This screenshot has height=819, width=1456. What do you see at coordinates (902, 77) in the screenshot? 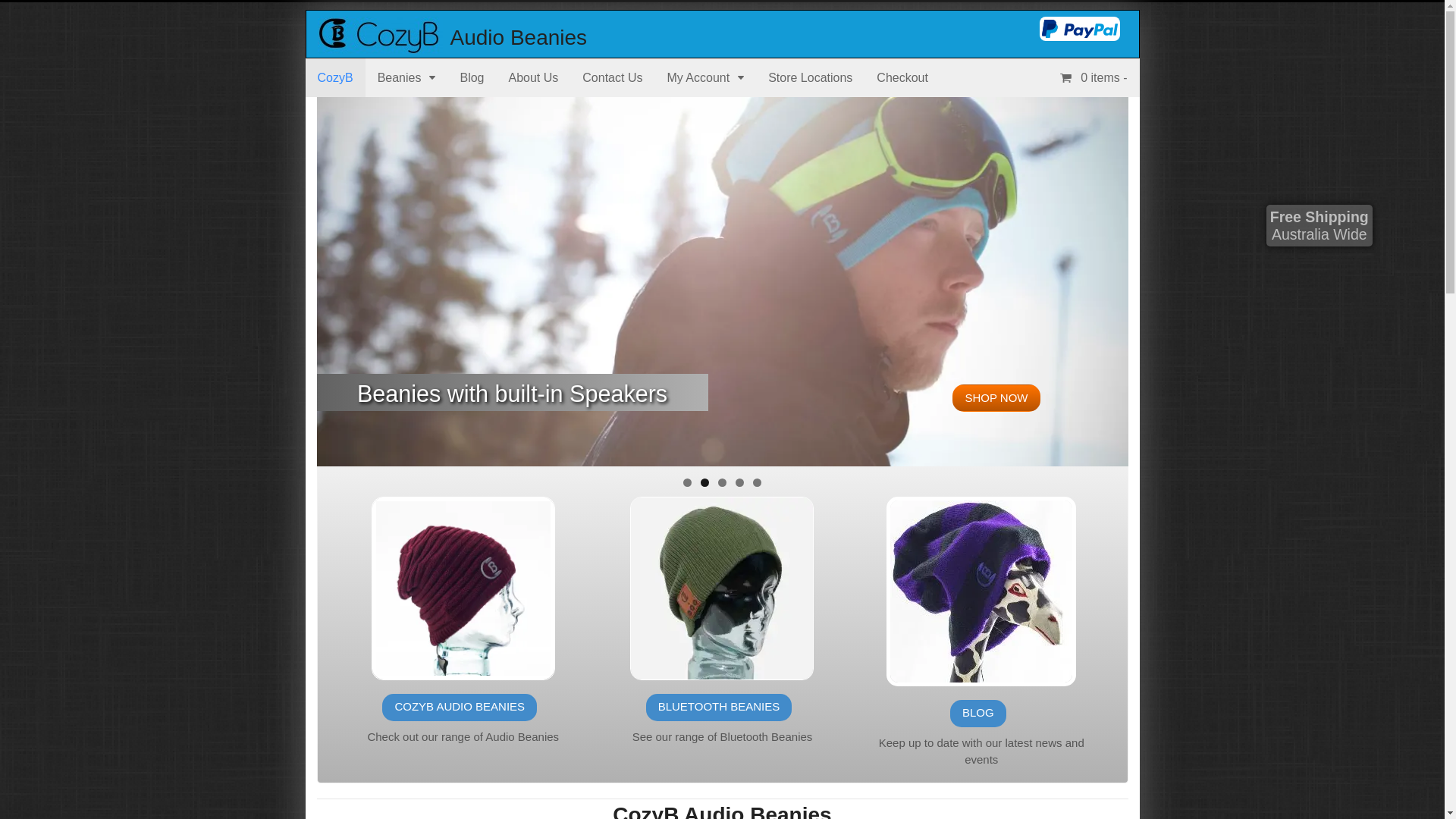
I see `'Checkout'` at bounding box center [902, 77].